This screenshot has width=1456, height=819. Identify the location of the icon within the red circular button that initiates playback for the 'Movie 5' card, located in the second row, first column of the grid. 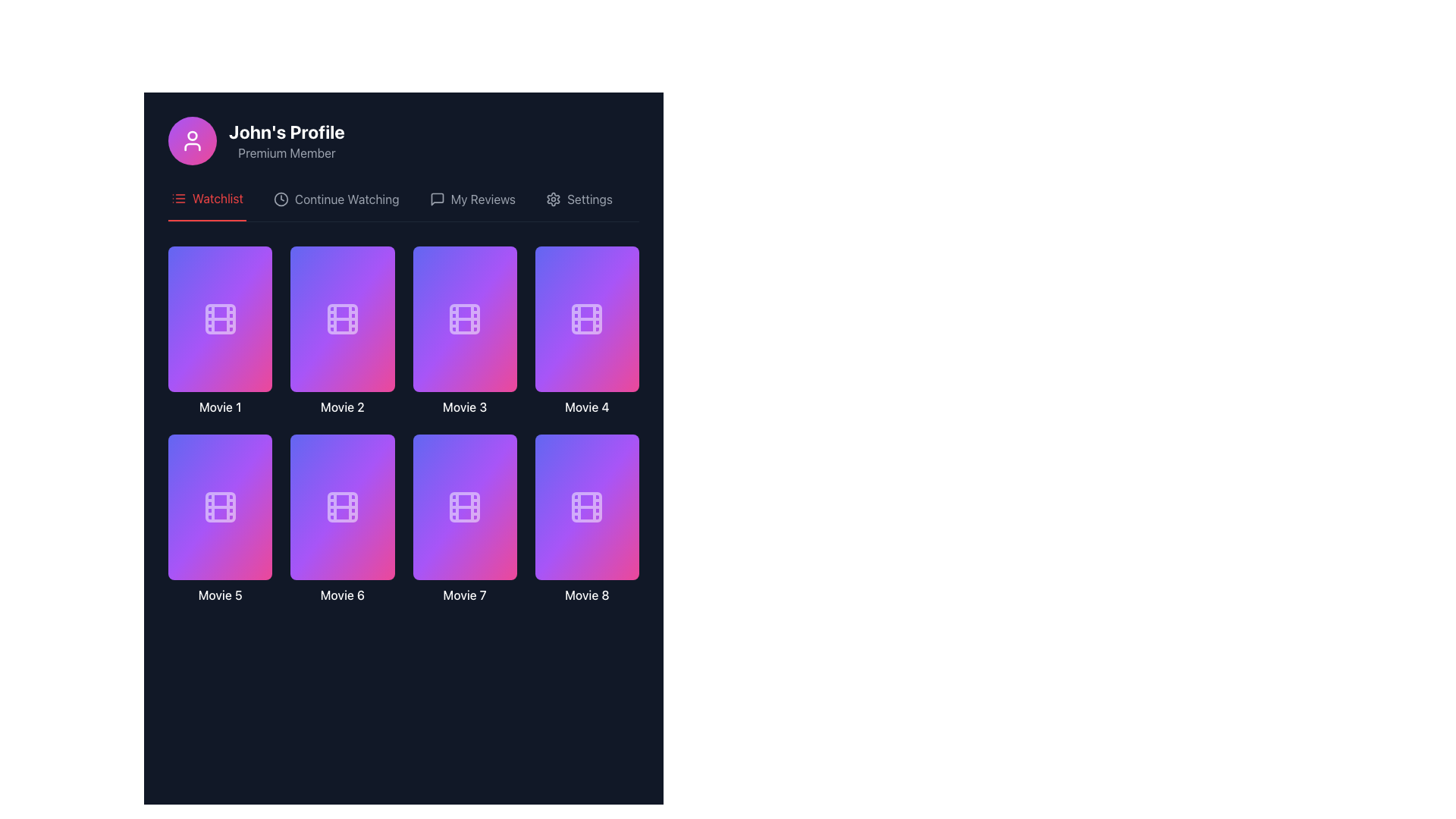
(219, 500).